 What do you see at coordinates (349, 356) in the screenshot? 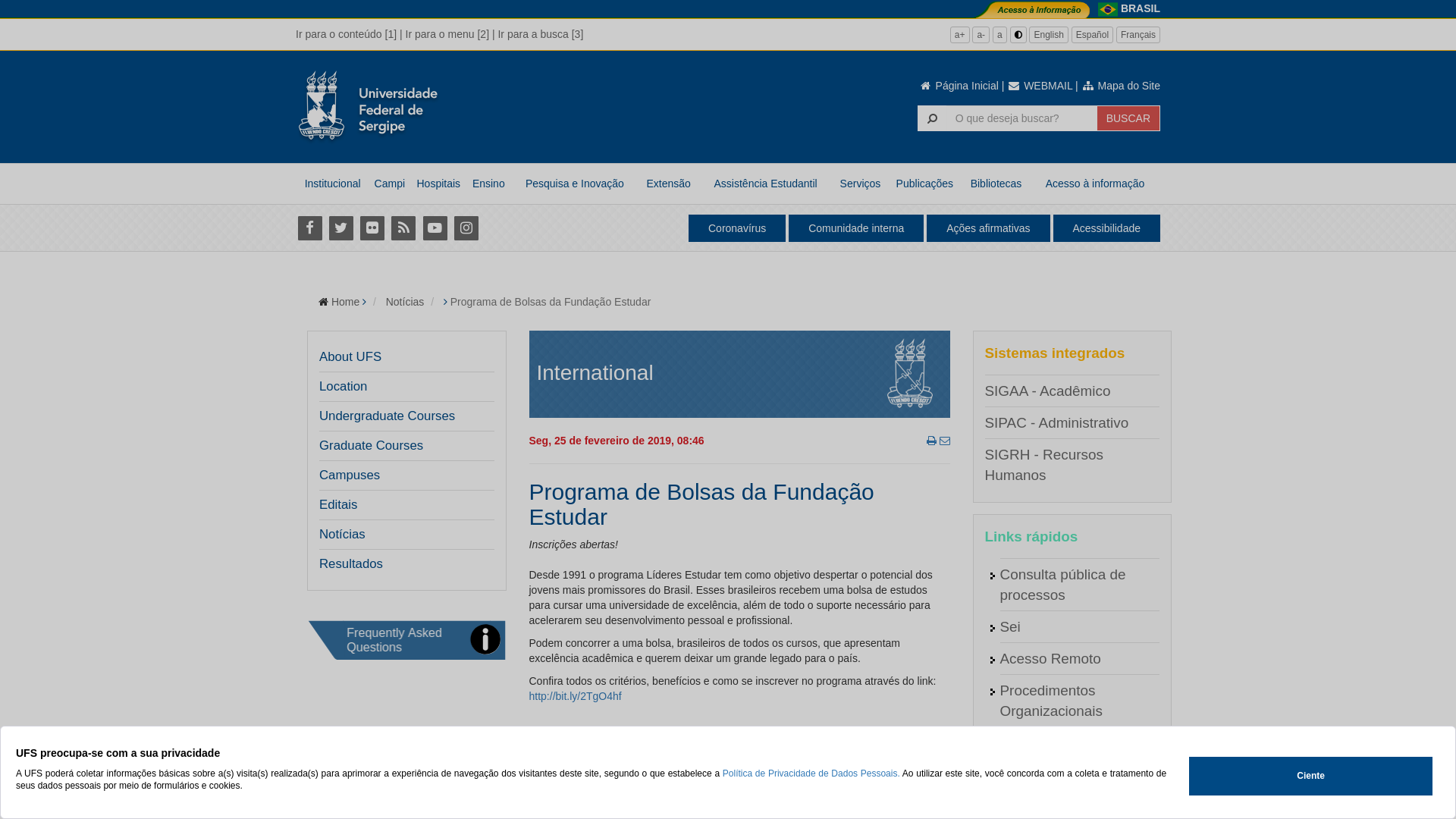
I see `'About UFS'` at bounding box center [349, 356].